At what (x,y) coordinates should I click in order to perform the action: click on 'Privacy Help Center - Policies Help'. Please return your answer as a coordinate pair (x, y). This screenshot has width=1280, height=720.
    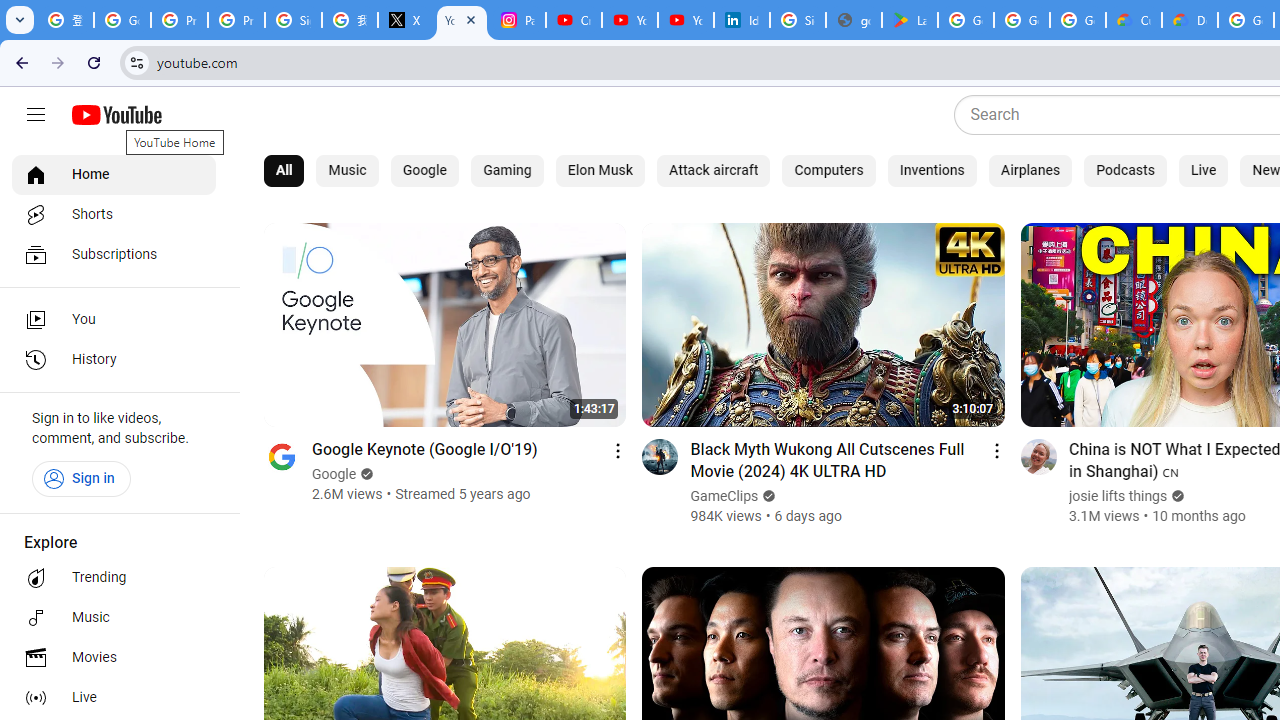
    Looking at the image, I should click on (236, 20).